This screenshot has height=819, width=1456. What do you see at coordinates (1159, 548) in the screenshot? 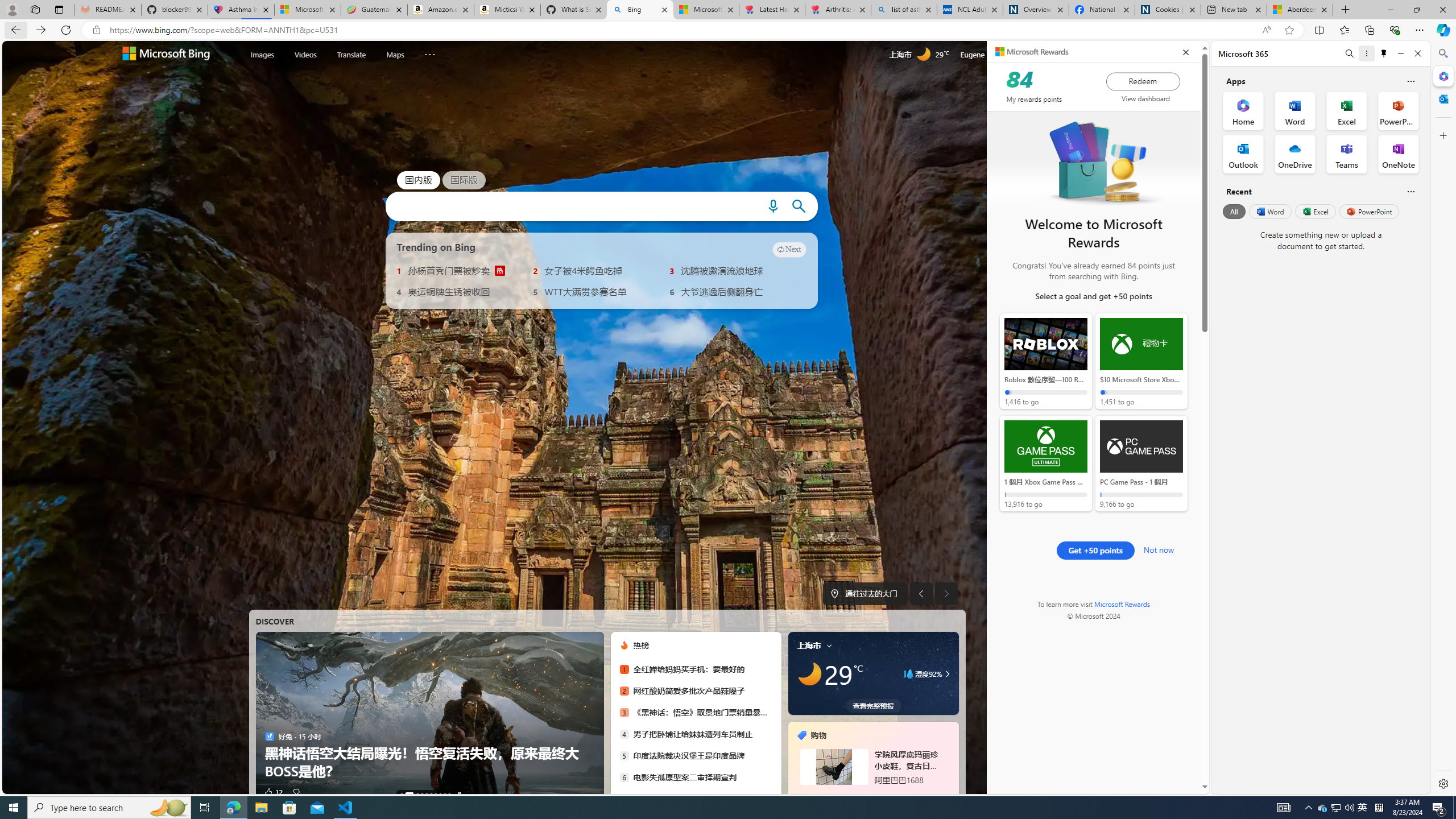
I see `'Not now'` at bounding box center [1159, 548].